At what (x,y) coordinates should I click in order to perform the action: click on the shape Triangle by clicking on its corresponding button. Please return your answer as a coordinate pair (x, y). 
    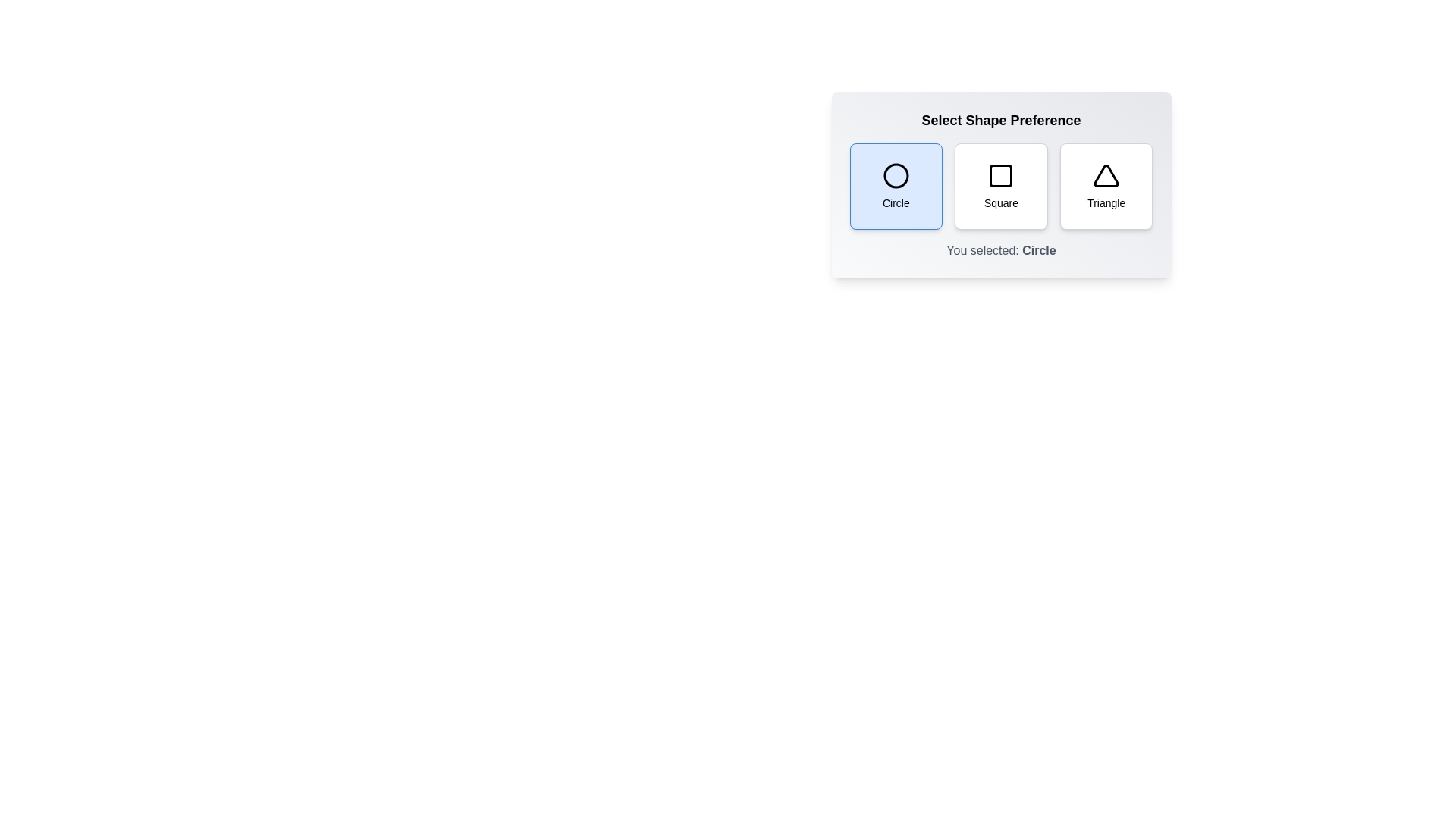
    Looking at the image, I should click on (1106, 186).